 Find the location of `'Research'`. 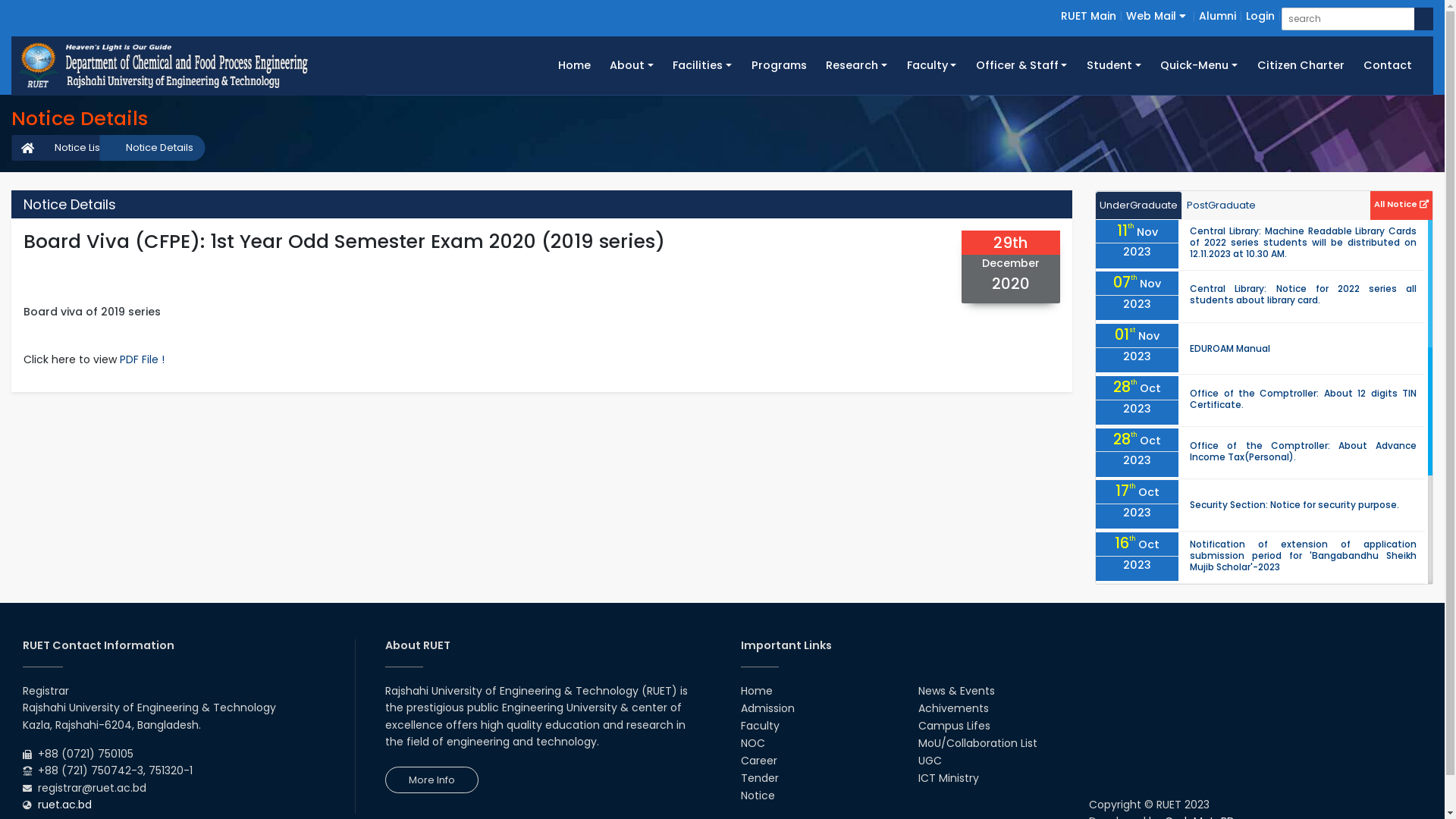

'Research' is located at coordinates (814, 64).